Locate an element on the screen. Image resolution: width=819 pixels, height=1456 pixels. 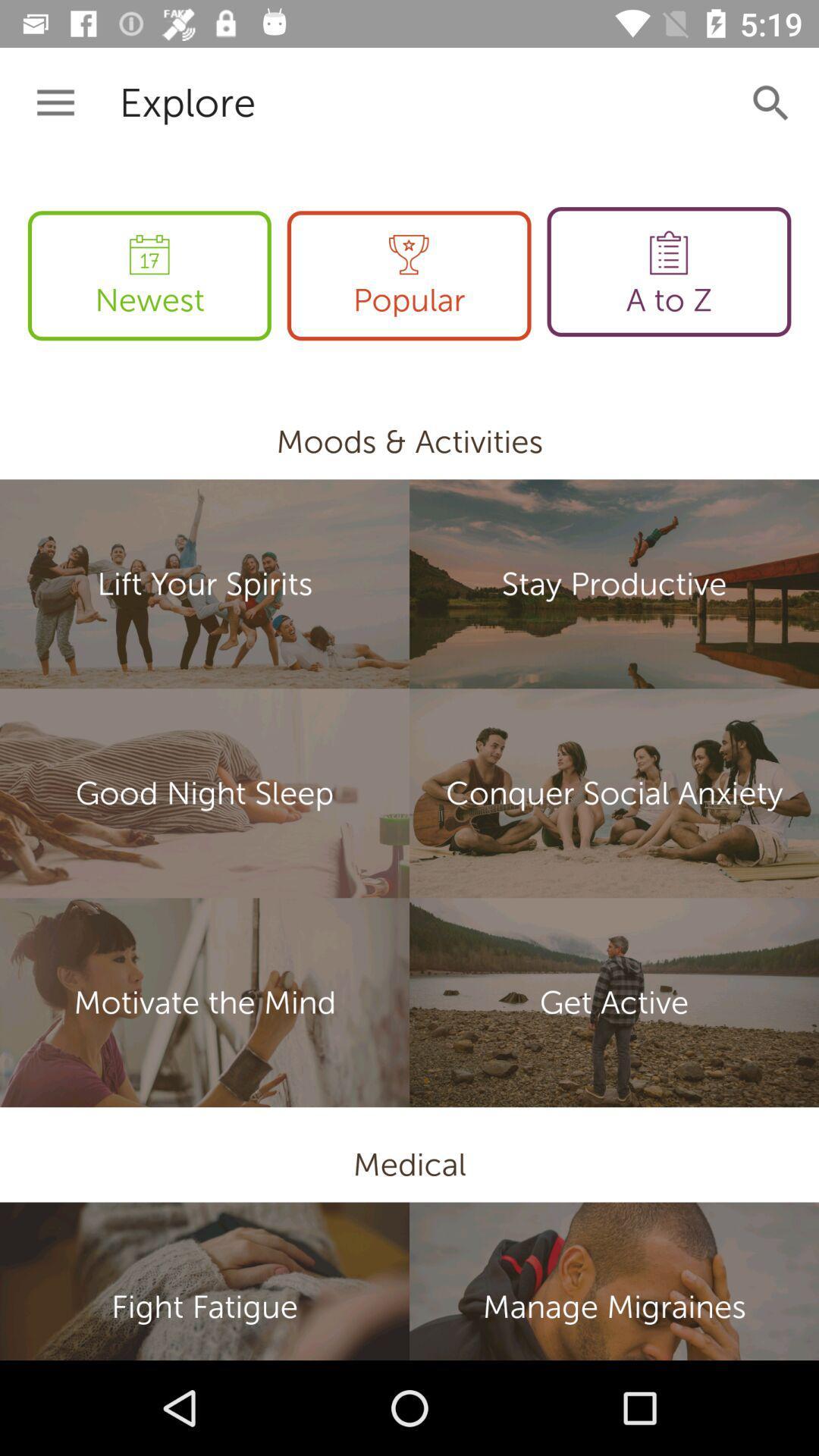
item to the left of explore app is located at coordinates (55, 102).